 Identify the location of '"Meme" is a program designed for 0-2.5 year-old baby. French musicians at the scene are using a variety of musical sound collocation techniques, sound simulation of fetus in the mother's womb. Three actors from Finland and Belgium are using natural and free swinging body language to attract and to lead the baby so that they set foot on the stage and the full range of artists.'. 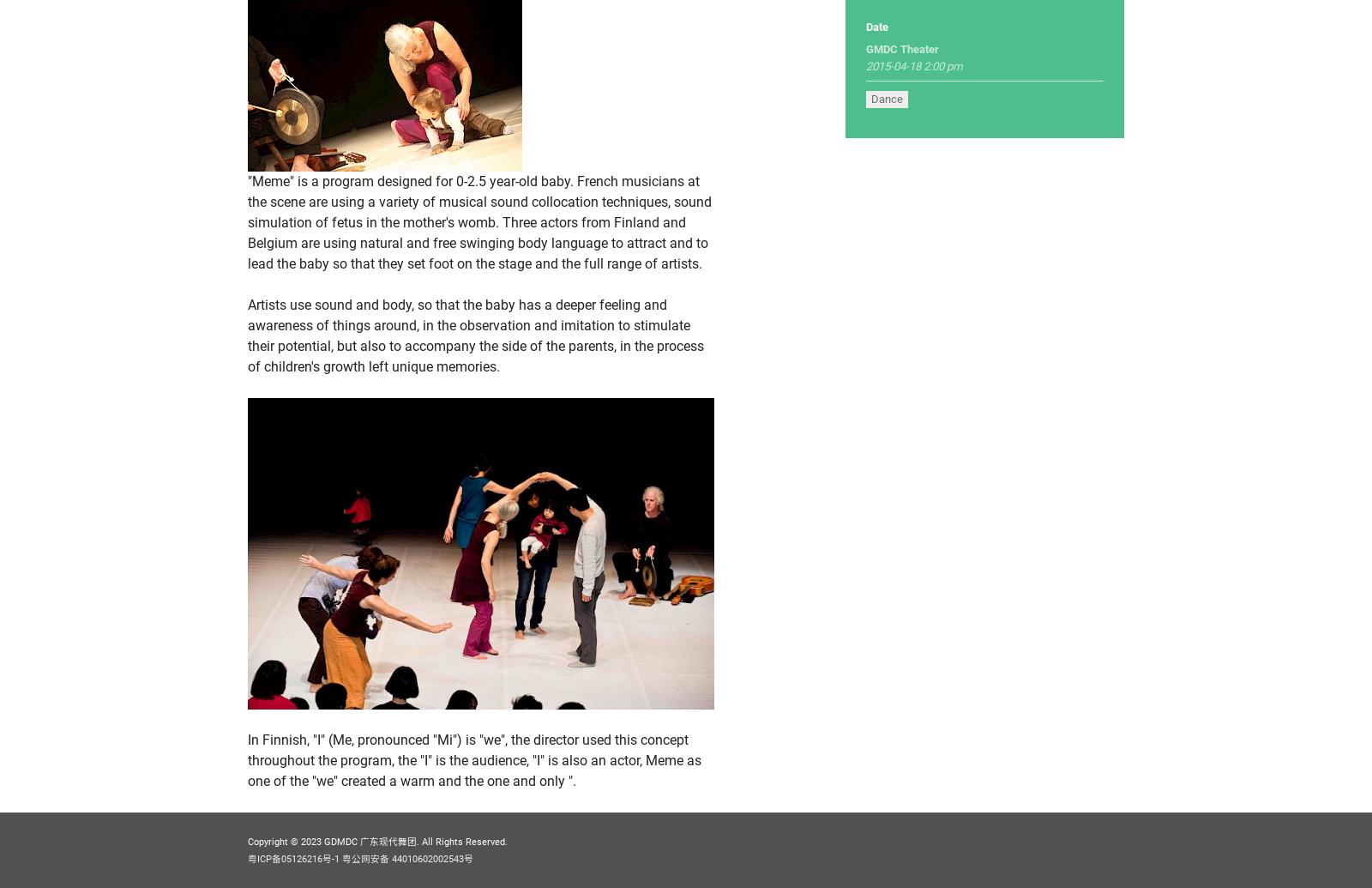
(247, 222).